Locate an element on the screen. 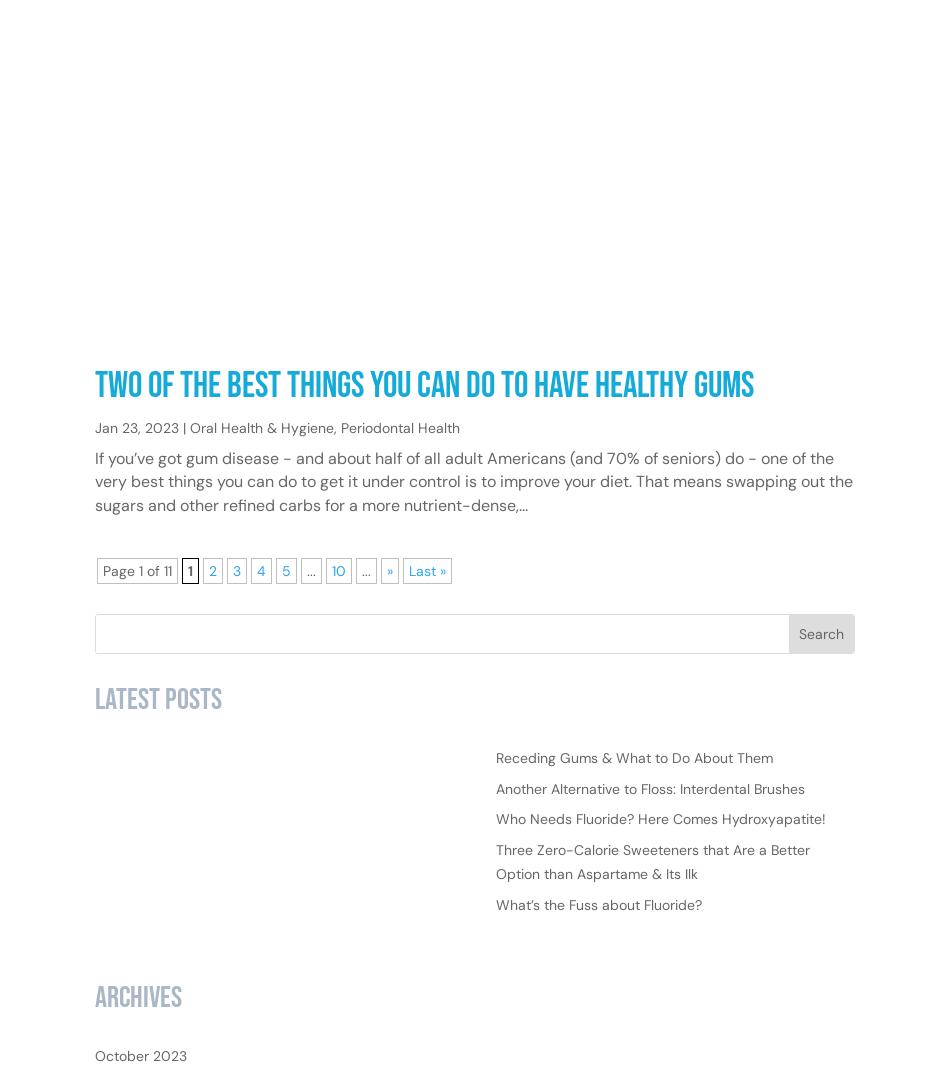  'Another Alternative to Floss: Interdental Brushes' is located at coordinates (649, 851).